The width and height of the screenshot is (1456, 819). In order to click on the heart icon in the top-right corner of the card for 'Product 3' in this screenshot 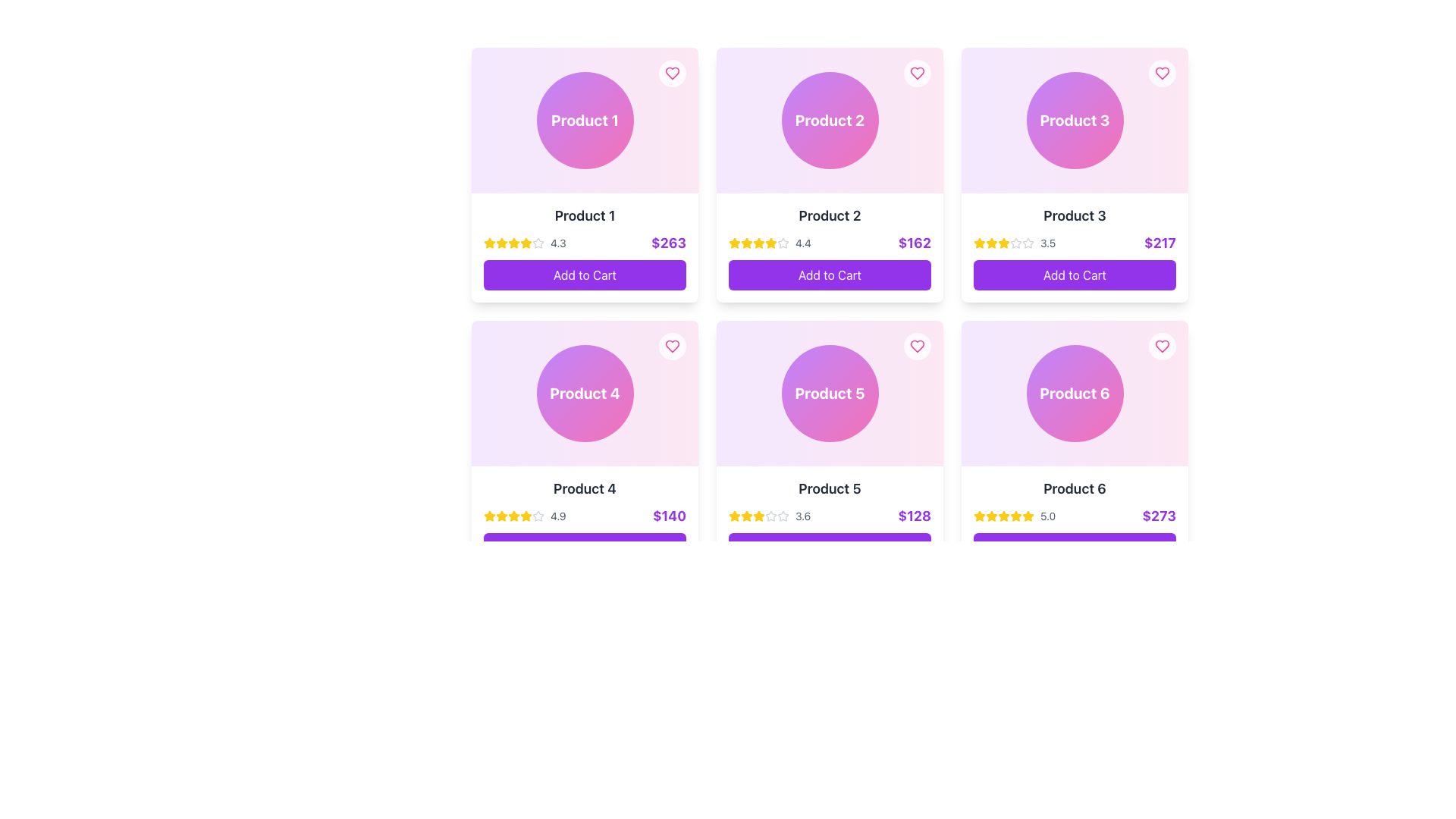, I will do `click(1161, 73)`.